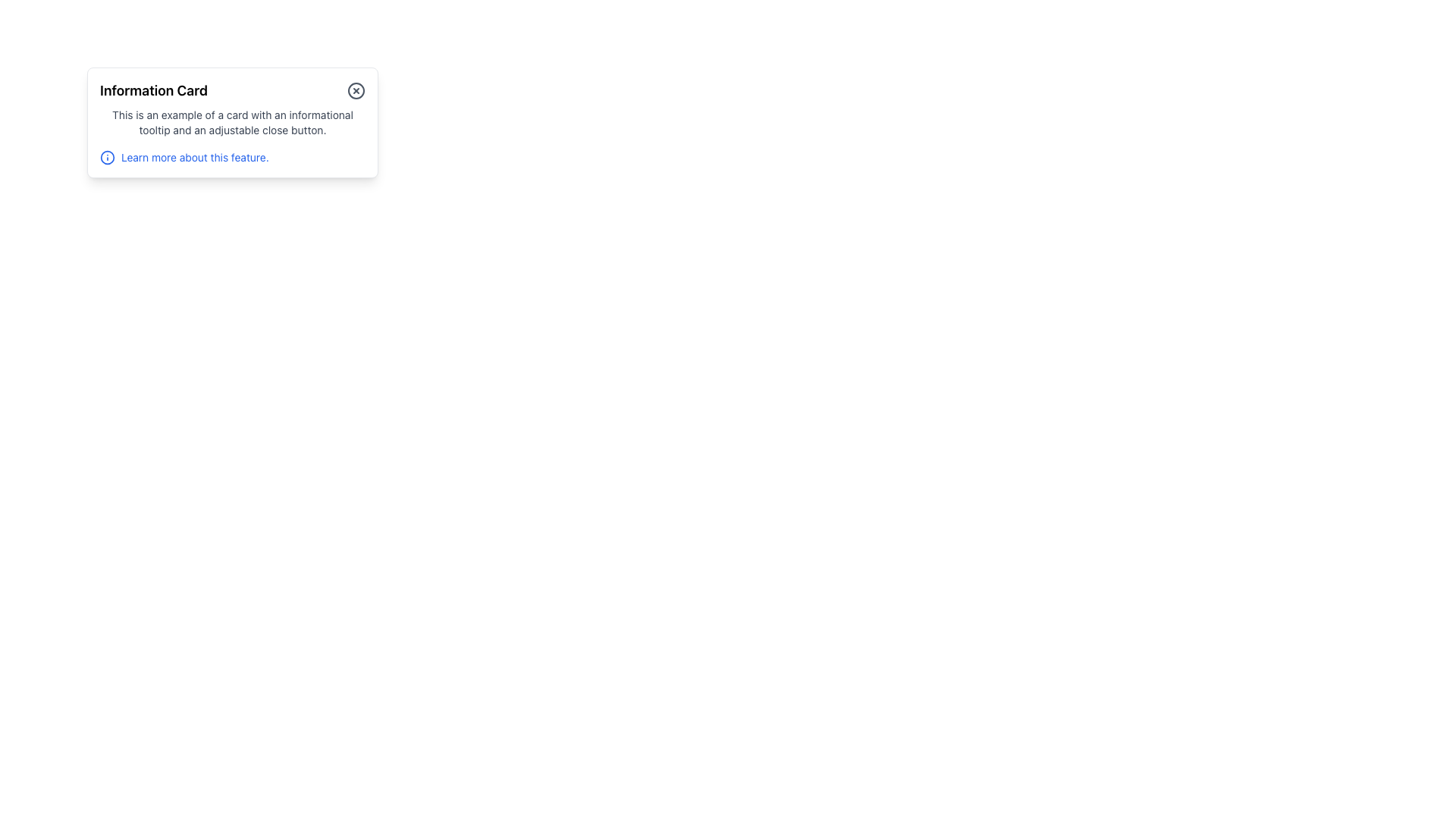 This screenshot has width=1456, height=819. Describe the element at coordinates (232, 158) in the screenshot. I see `the informative link with the blue information icon and the text 'Learn more about this feature' at the bottom of the Information Card` at that location.